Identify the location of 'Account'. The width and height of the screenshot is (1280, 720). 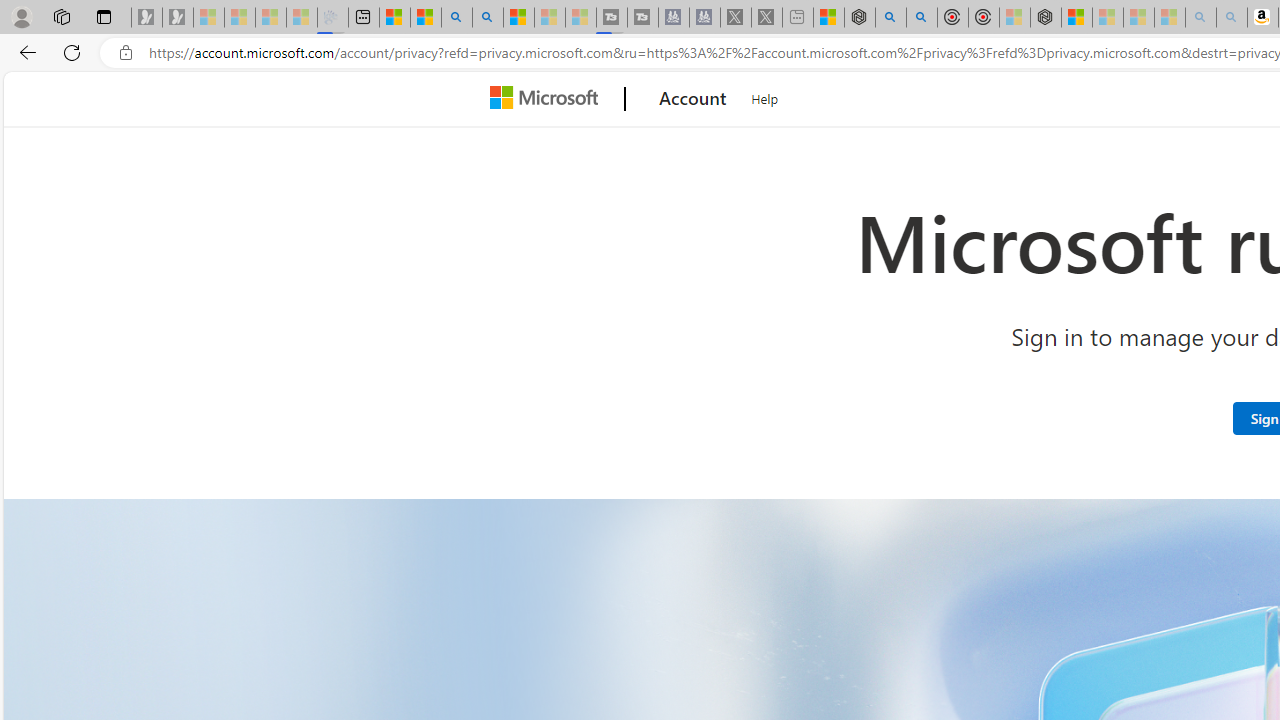
(693, 99).